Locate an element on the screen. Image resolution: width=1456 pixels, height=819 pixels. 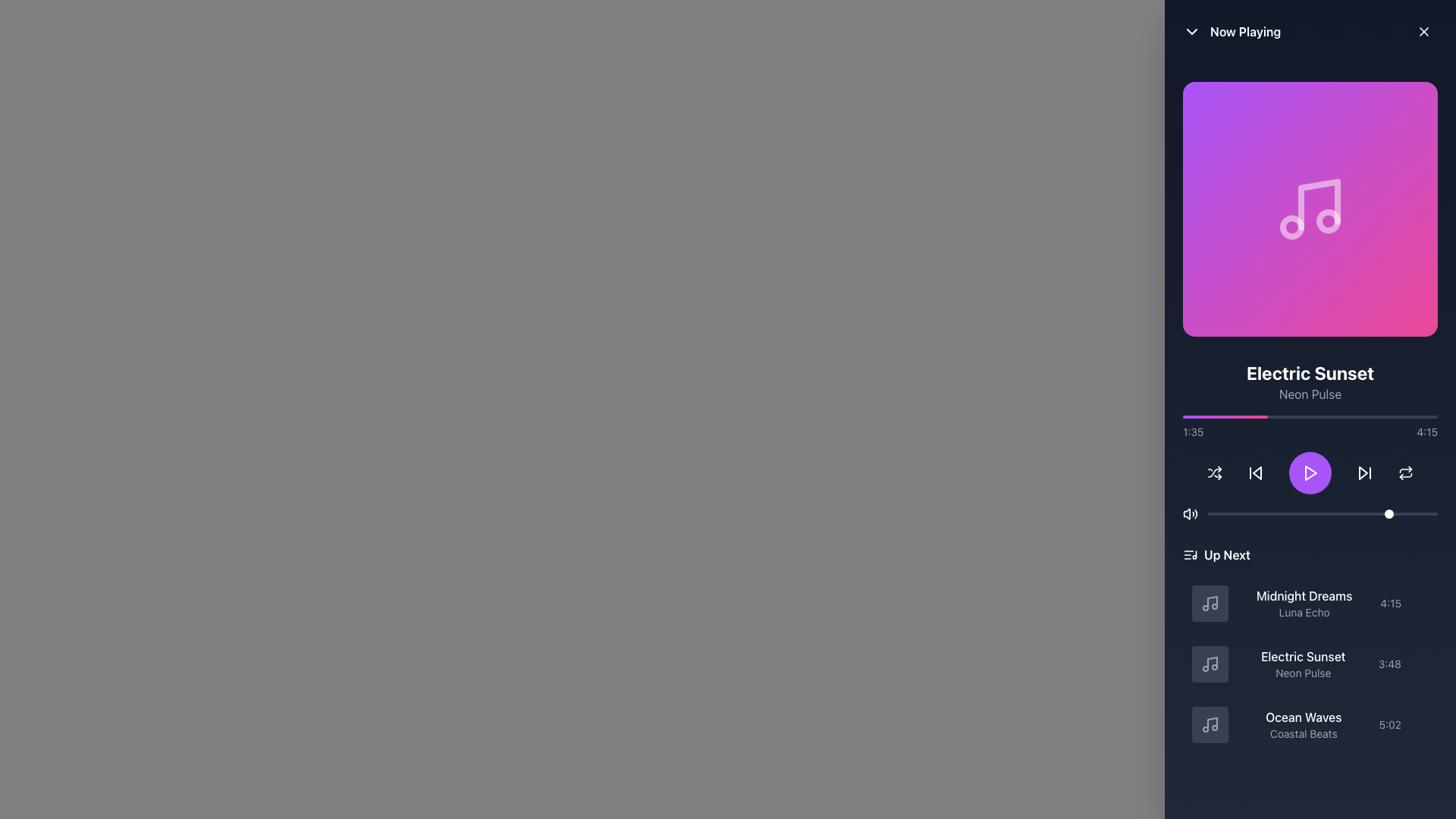
the primary title or name of a song, album, or playlist located below the musical note icon in the music player interface is located at coordinates (1310, 373).